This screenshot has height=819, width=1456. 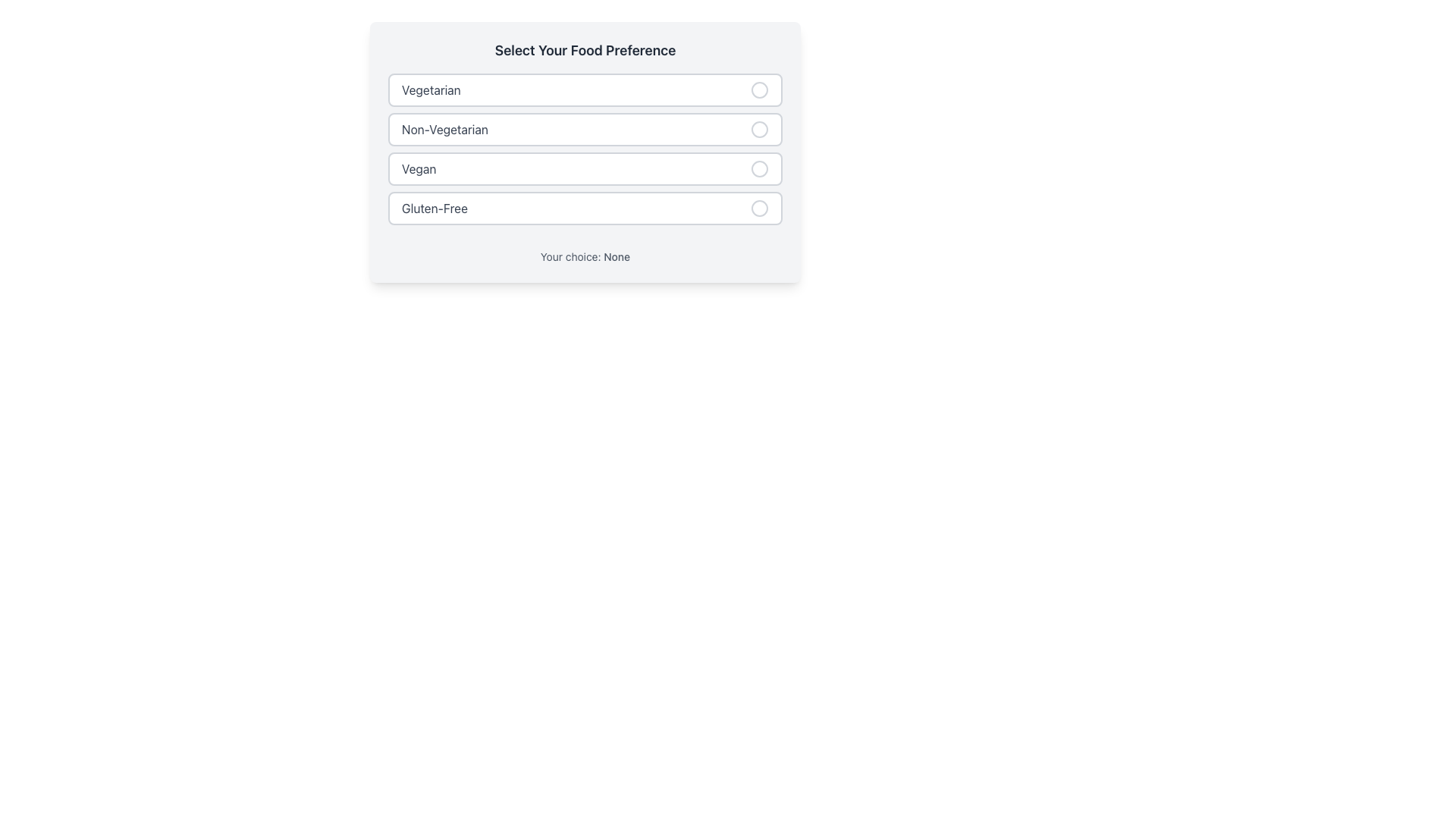 I want to click on the radio button marker corresponding to the 'Vegetarian' option, so click(x=760, y=90).